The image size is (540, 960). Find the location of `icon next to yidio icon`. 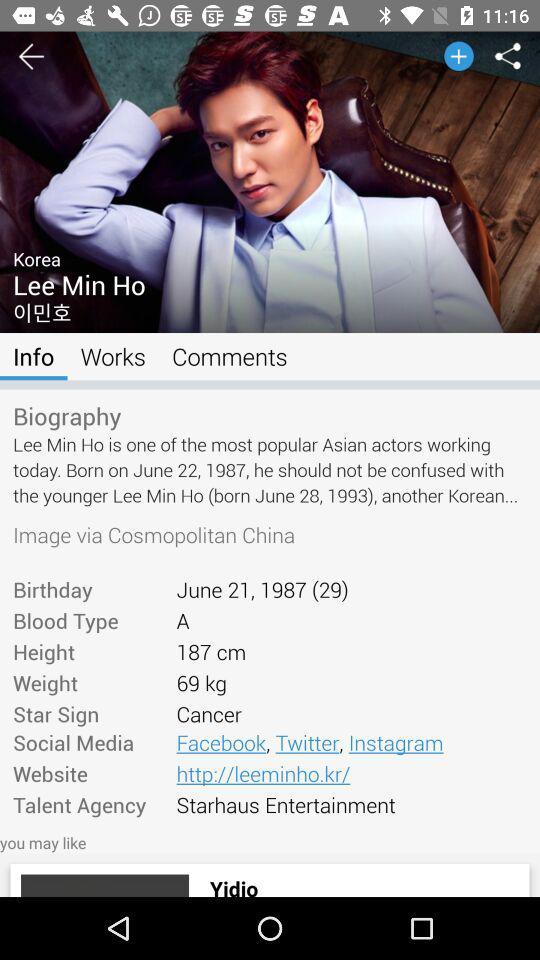

icon next to yidio icon is located at coordinates (104, 884).